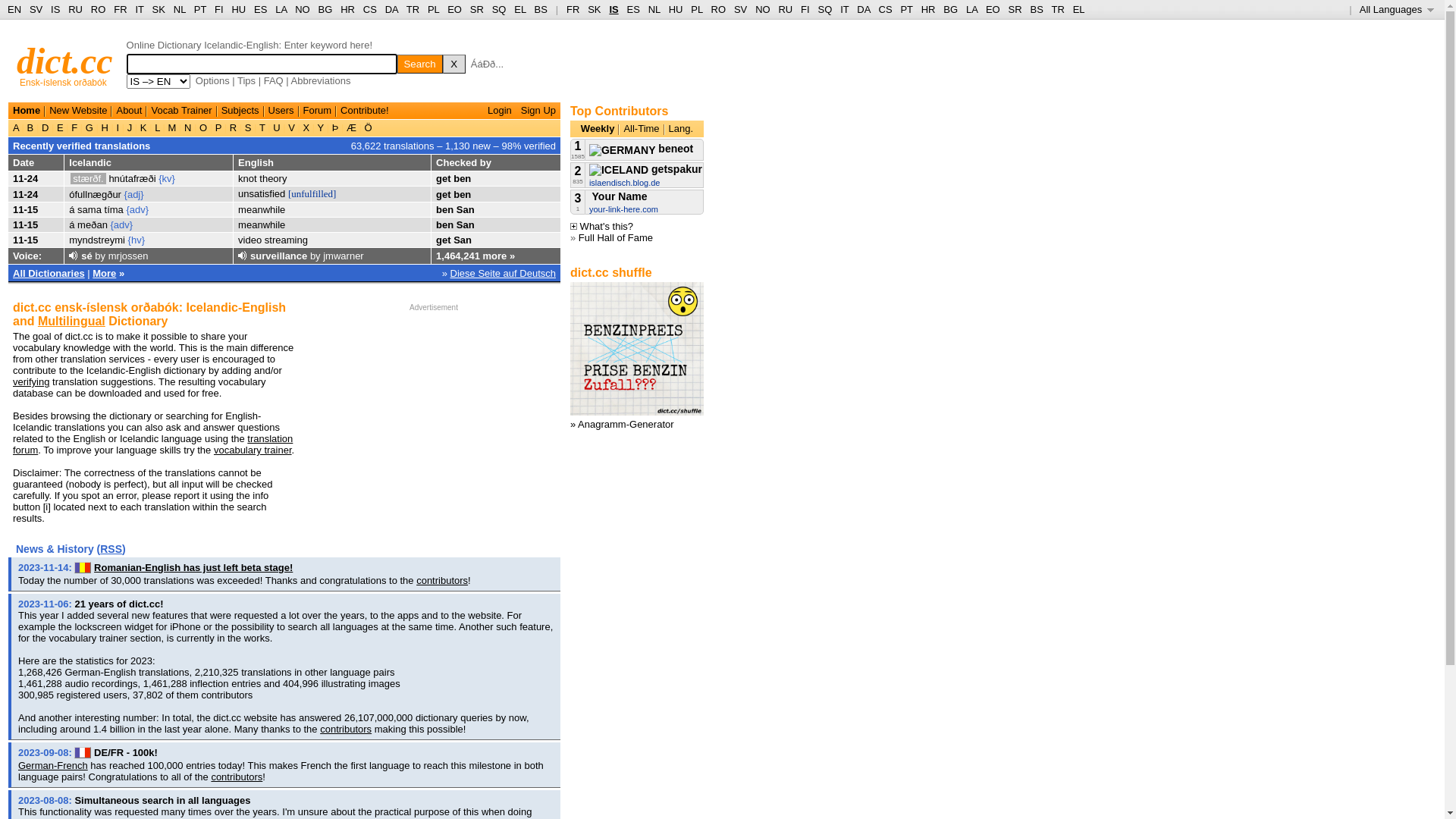 This screenshot has height=819, width=1456. I want to click on 'Users', so click(281, 109).